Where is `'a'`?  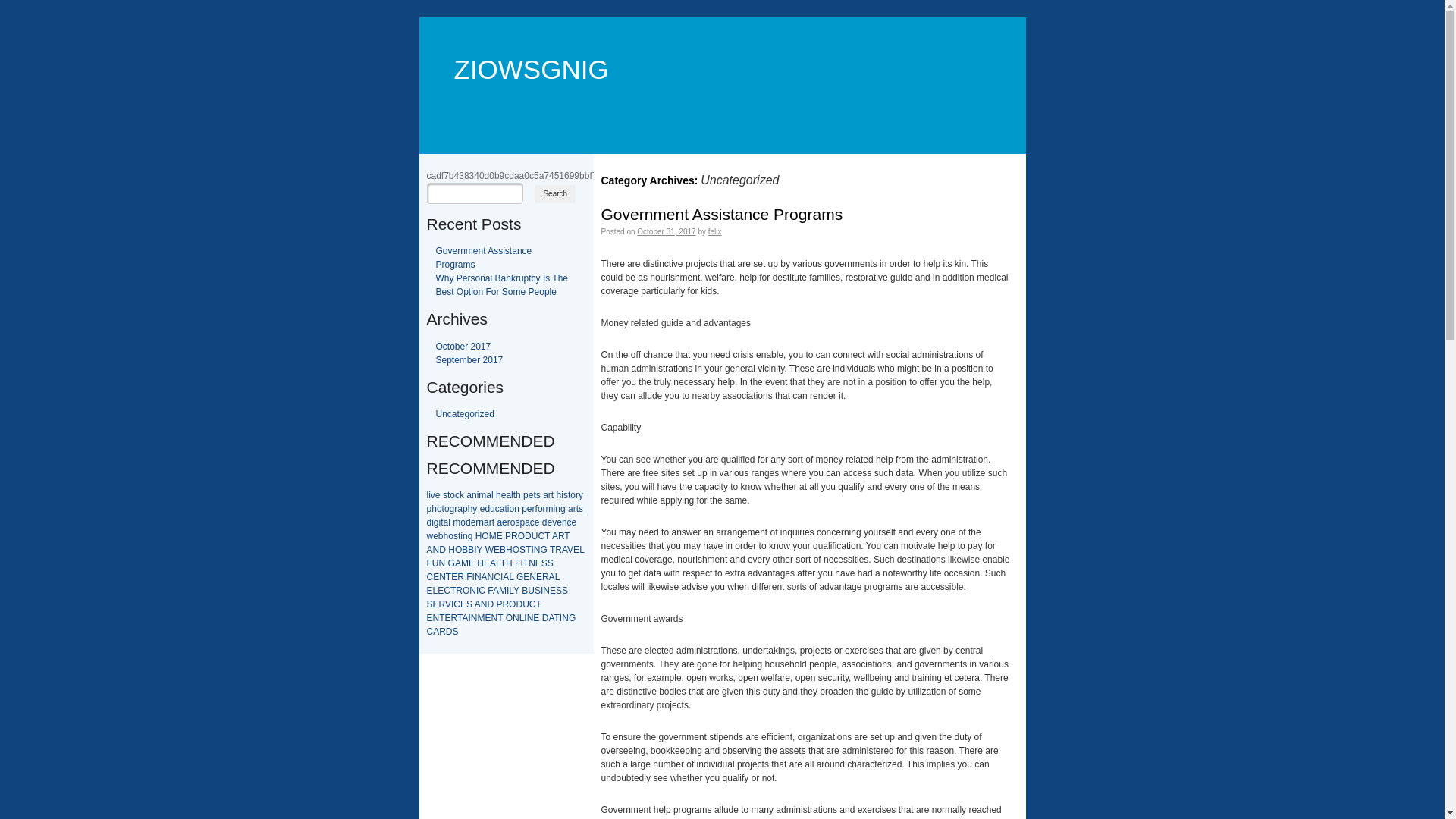 'a' is located at coordinates (570, 509).